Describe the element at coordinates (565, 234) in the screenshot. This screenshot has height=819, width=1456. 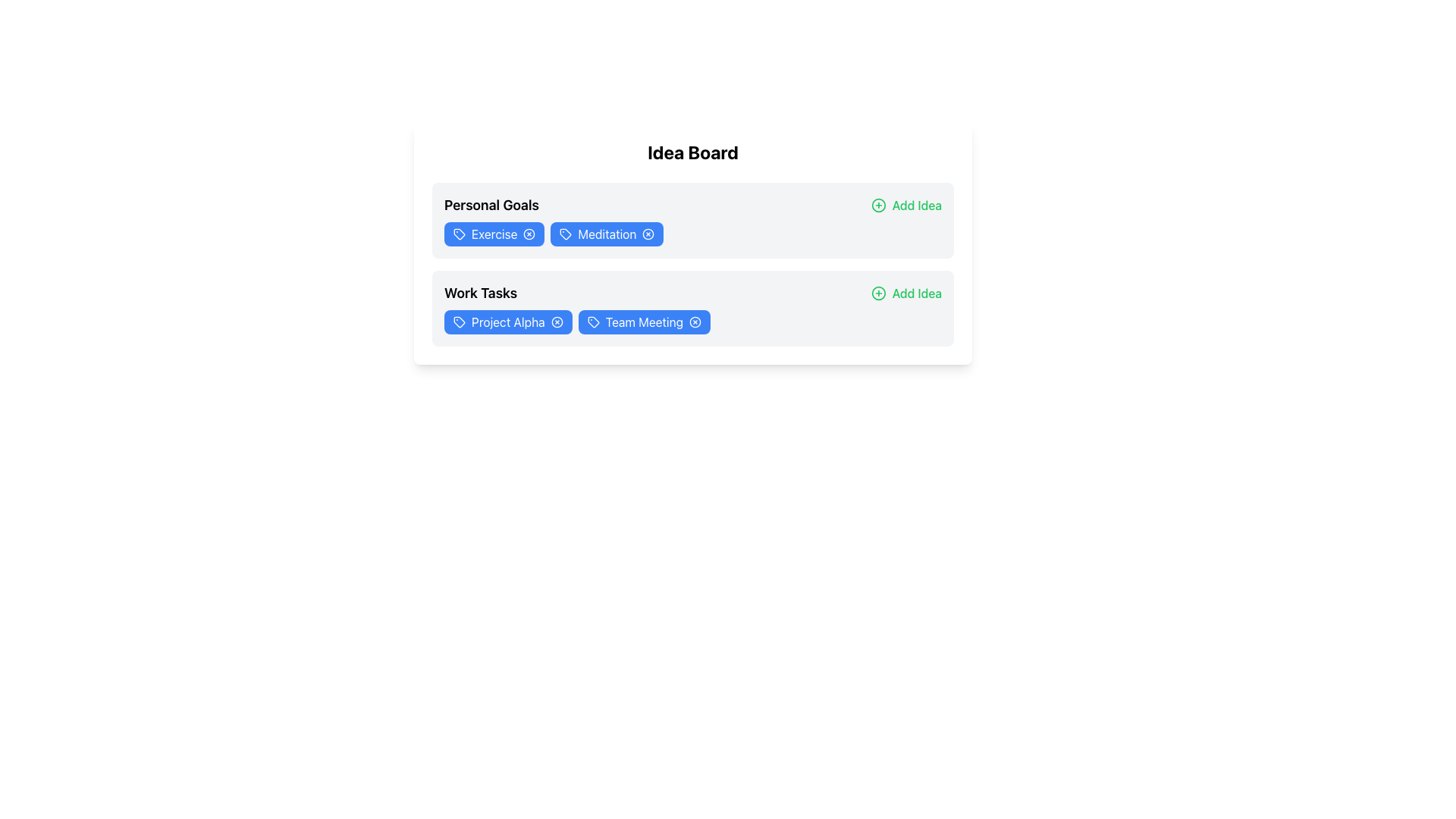
I see `the blue tag icon within the 'Meditation' button, which is the second element in the 'Personal Goals' section` at that location.